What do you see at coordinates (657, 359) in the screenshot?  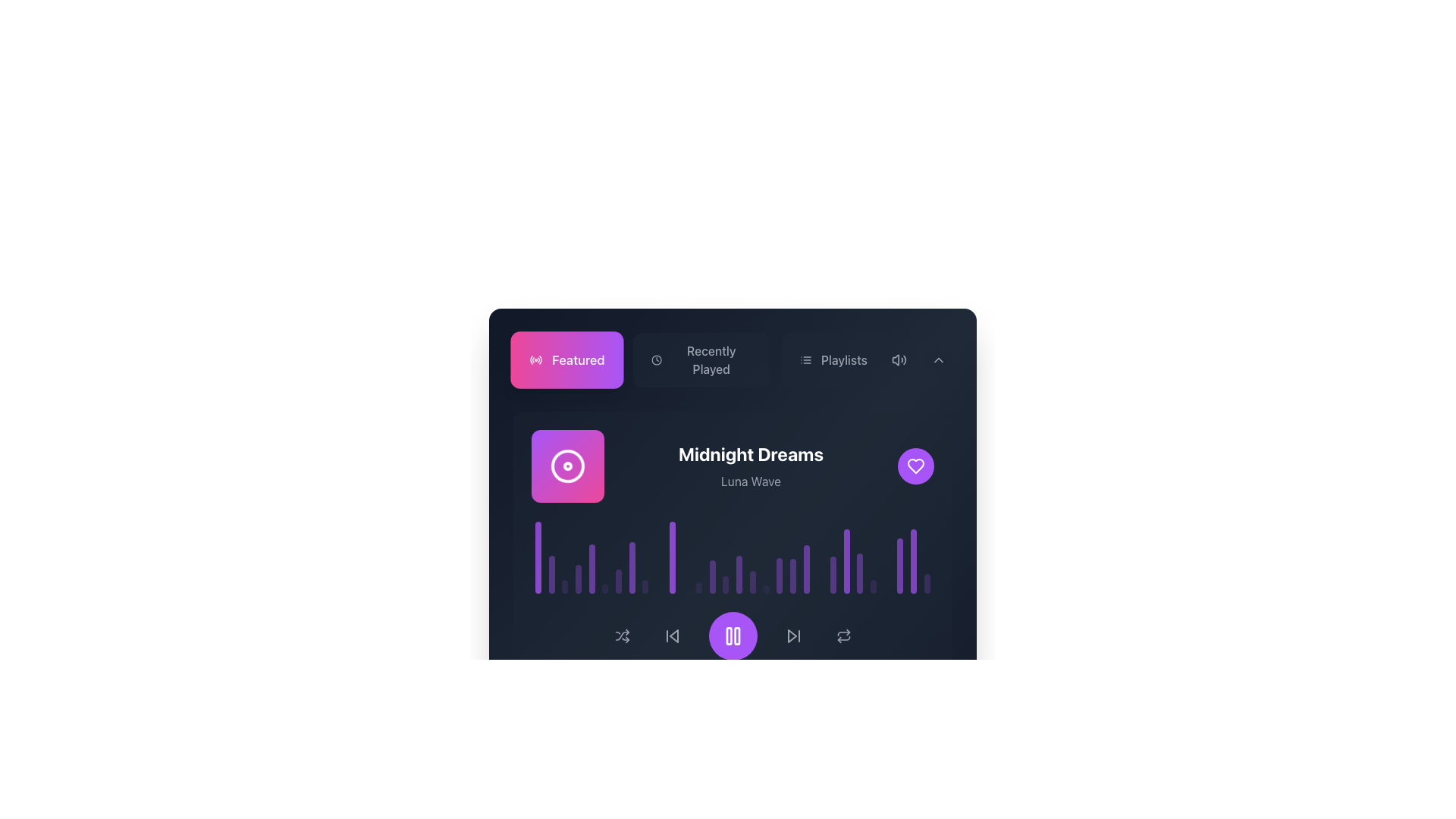 I see `the circular outline element within the SVG clock icon located in the top navigation bar, positioned to the right of the 'Featured' button` at bounding box center [657, 359].